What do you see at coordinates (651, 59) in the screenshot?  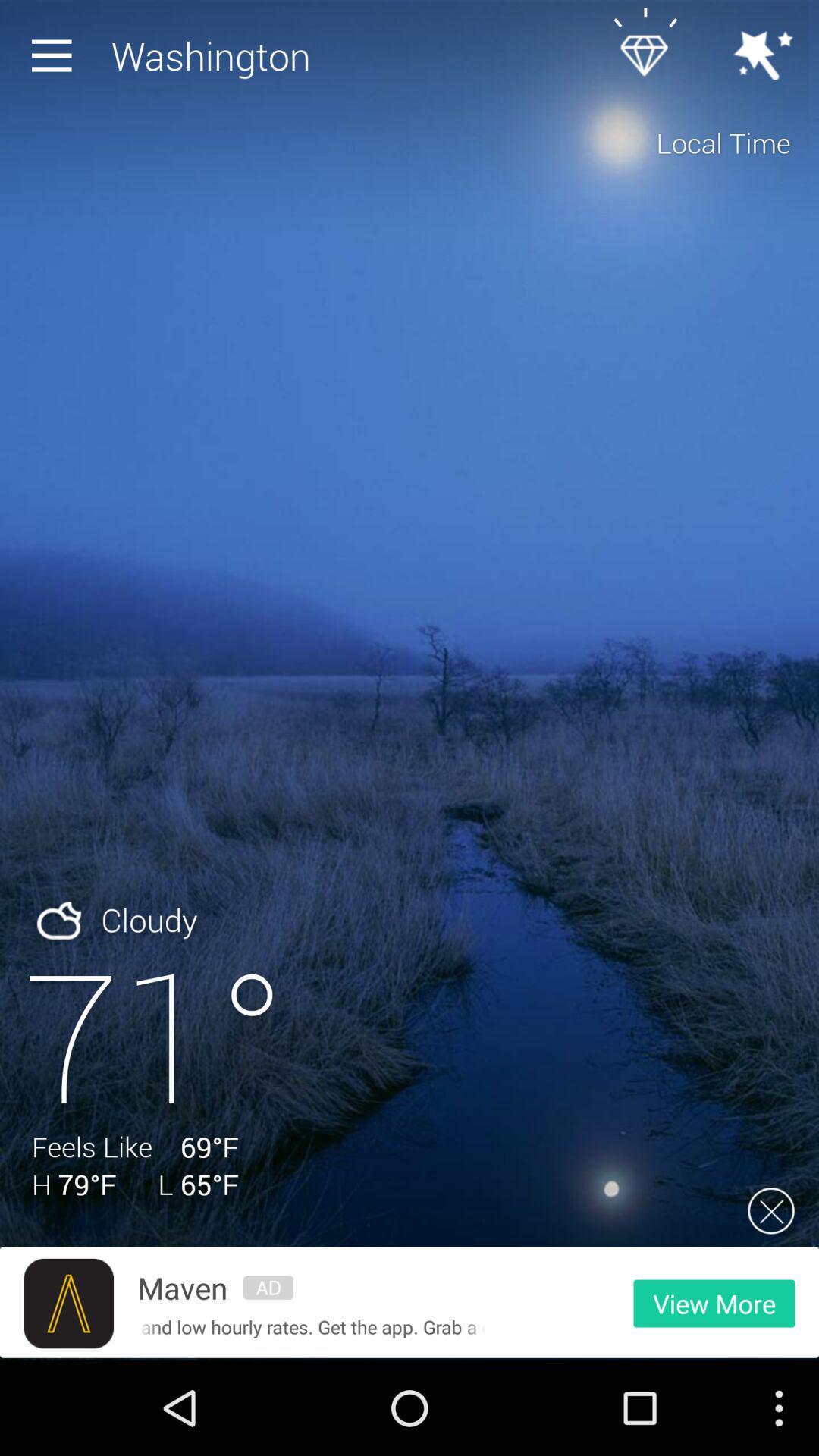 I see `the favorite icon` at bounding box center [651, 59].